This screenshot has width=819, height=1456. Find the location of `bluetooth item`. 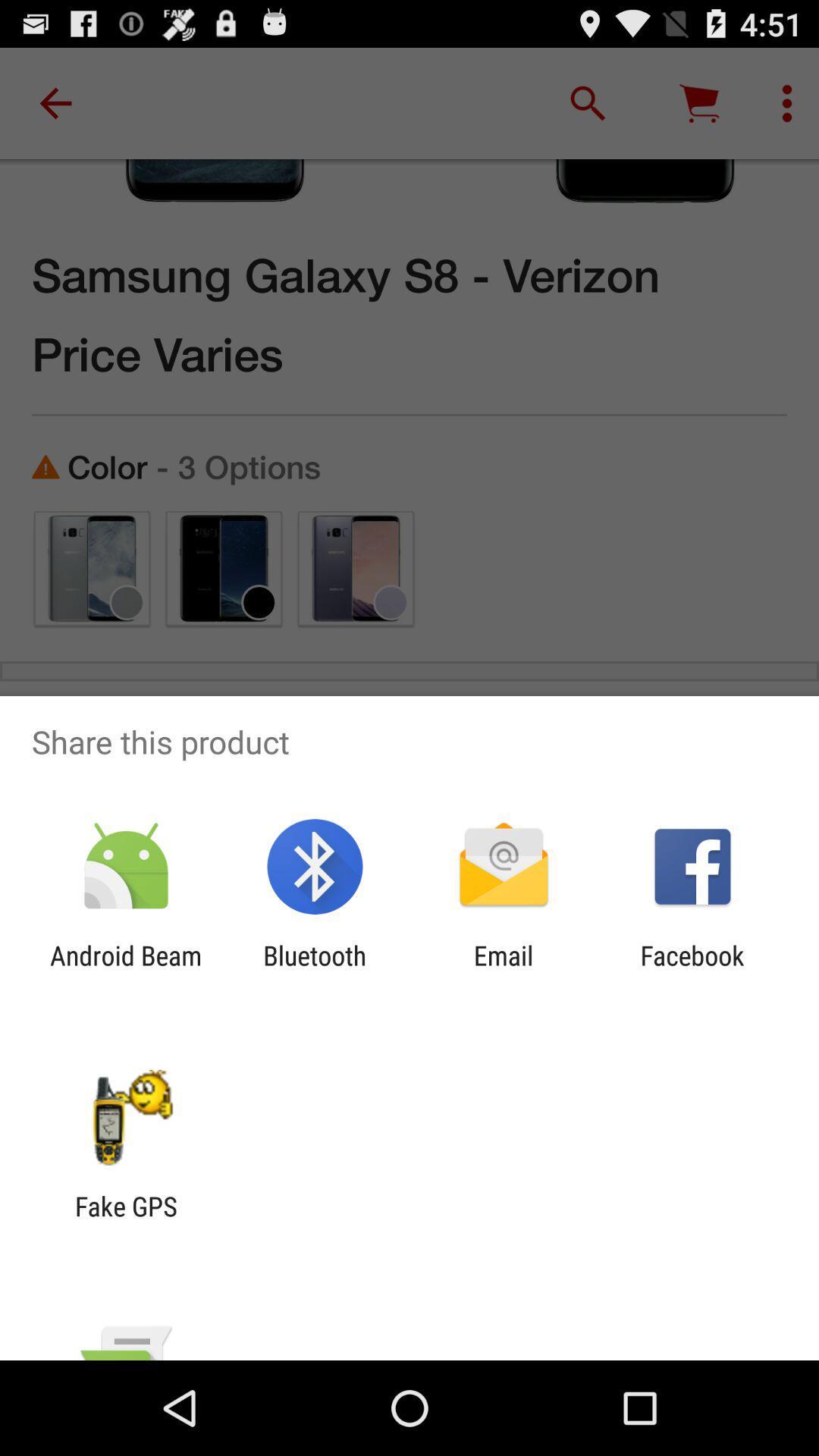

bluetooth item is located at coordinates (314, 971).